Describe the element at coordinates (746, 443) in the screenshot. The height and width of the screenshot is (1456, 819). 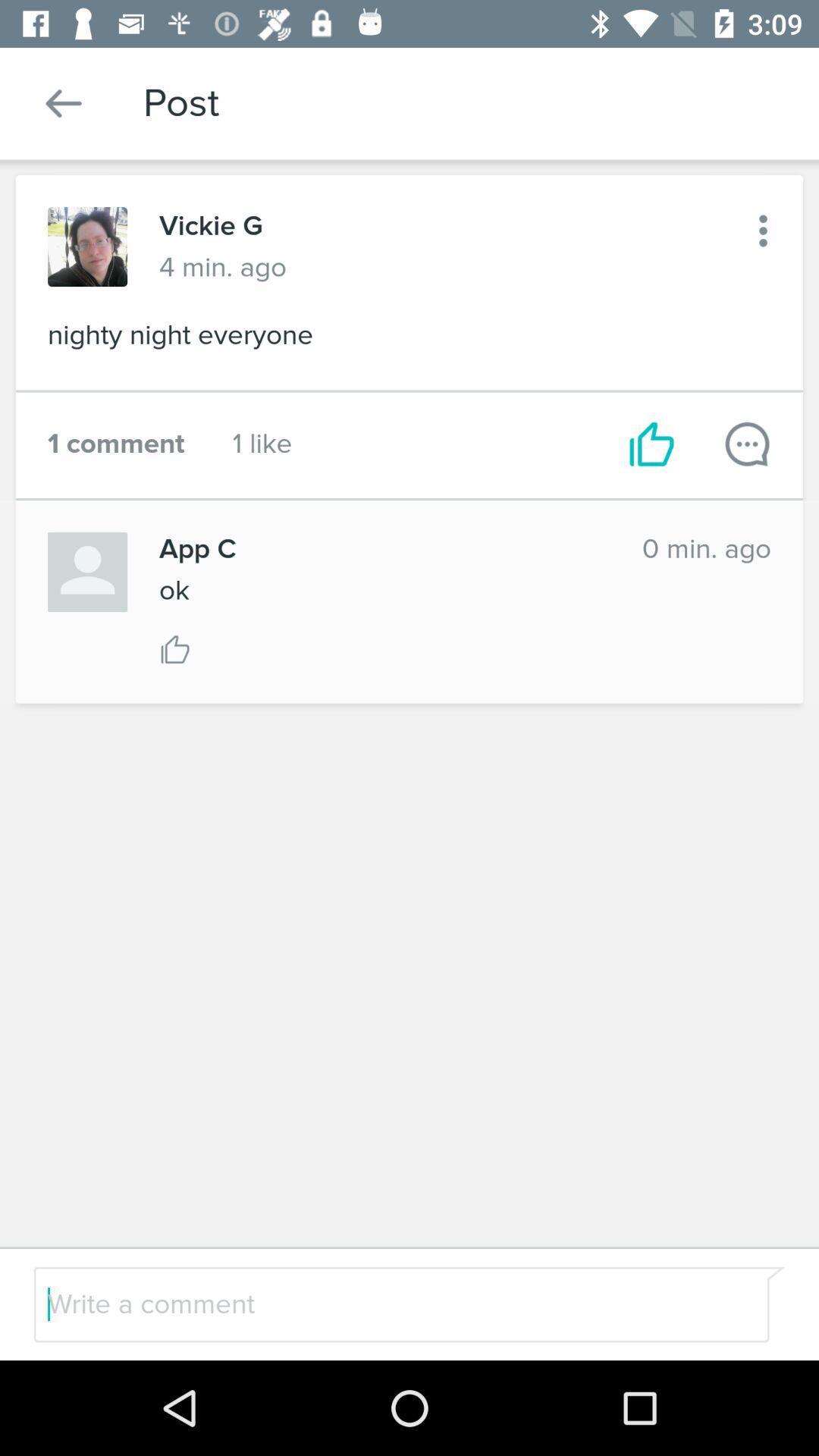
I see `comment on post` at that location.